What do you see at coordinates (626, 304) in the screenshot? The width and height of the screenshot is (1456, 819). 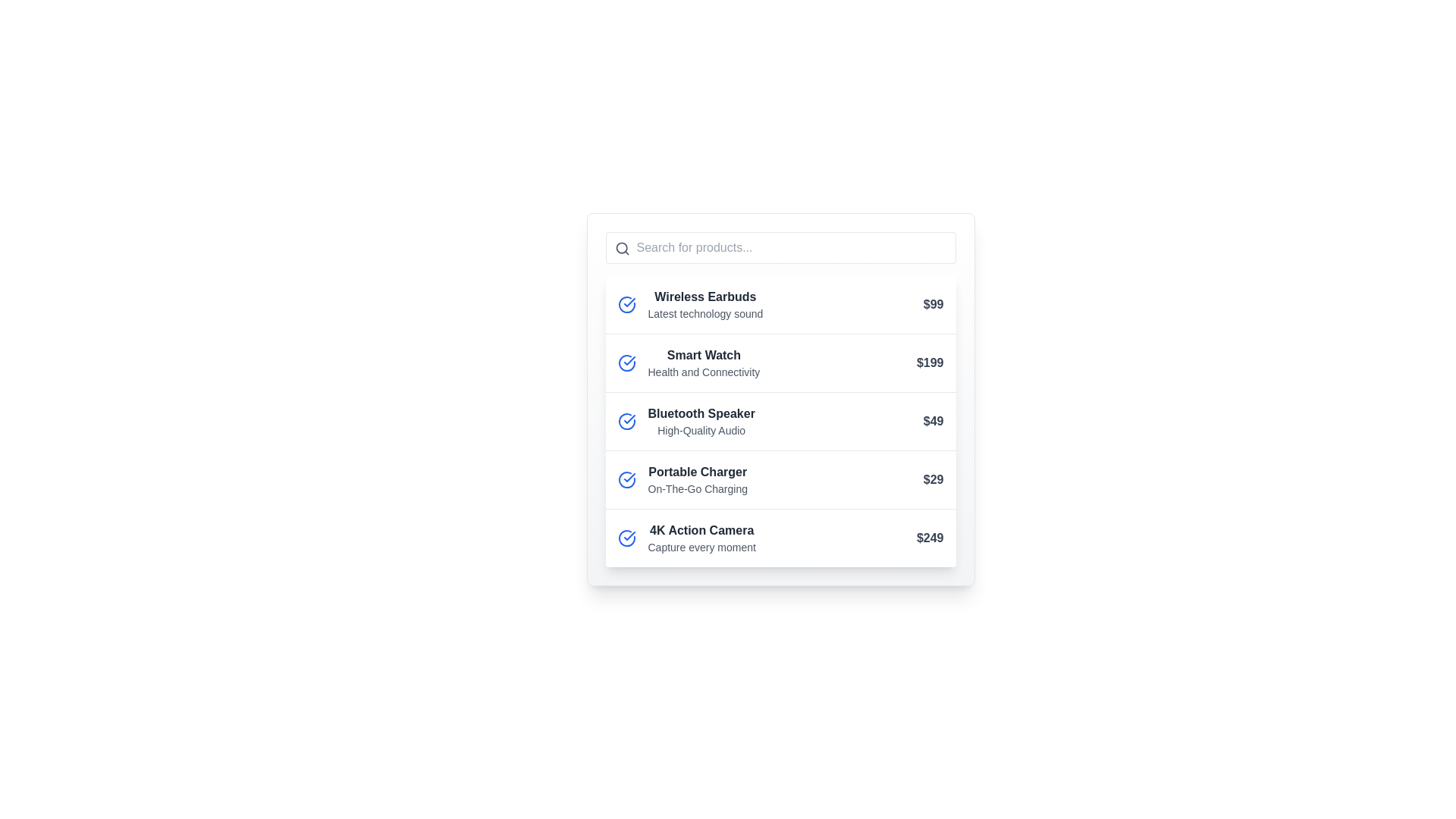 I see `the circular icon with a blue outline and a checkmark at its center, located to the left of the text 'Smart Watch' in the second entry of a vertical product list` at bounding box center [626, 304].